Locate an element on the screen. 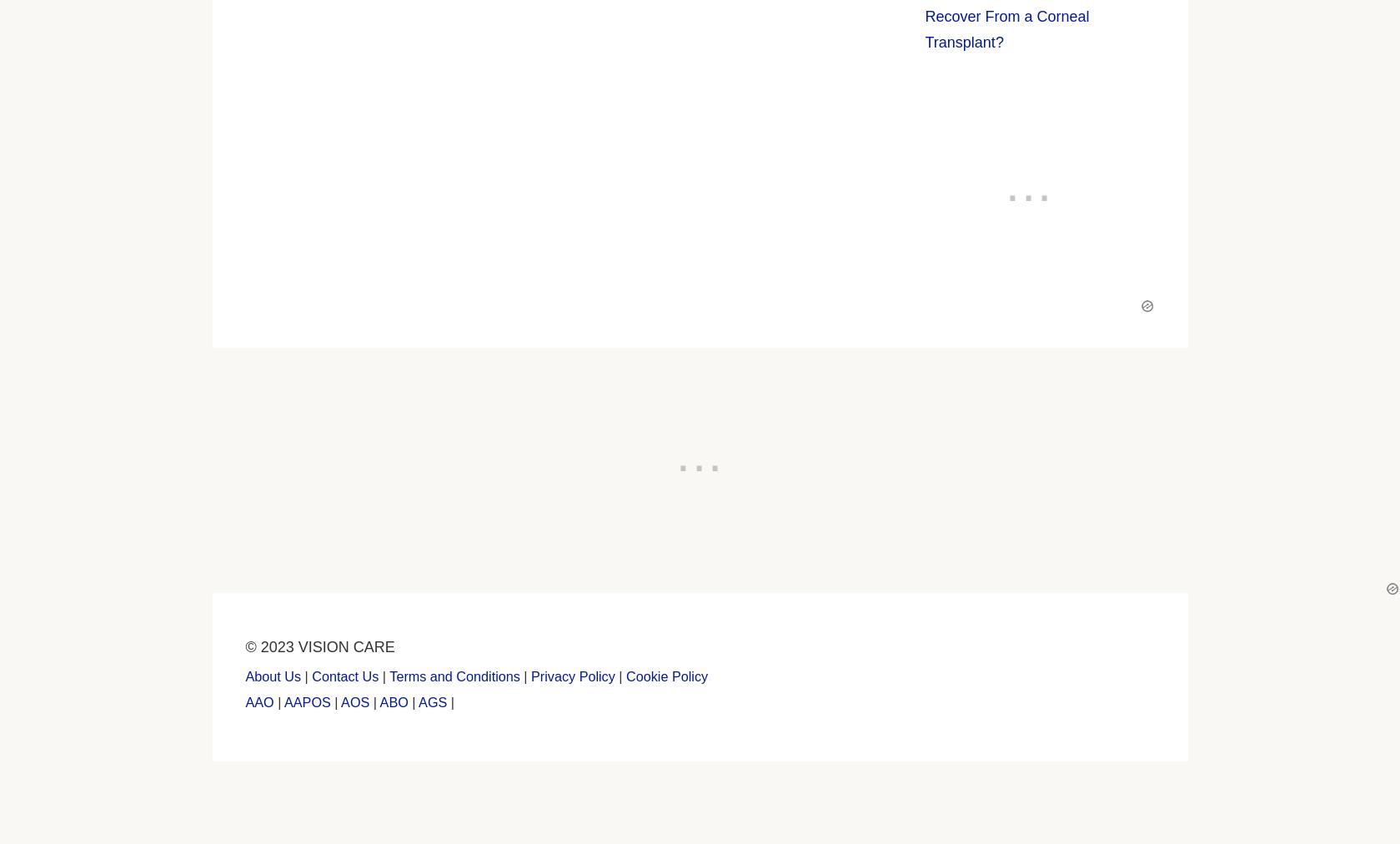  '© 2023 VISION CARE' is located at coordinates (319, 645).